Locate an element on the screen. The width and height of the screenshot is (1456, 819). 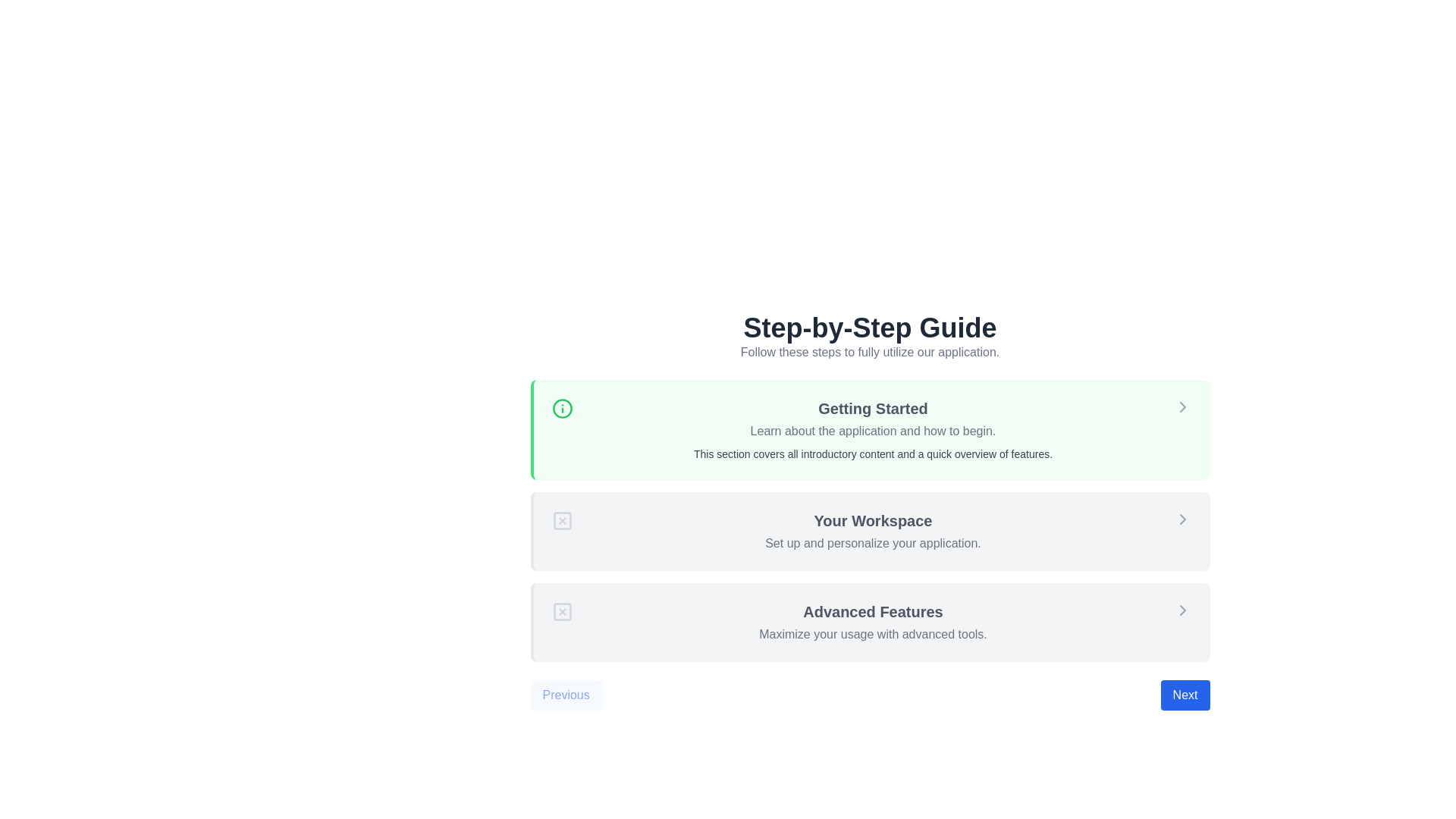
text label titled 'Advanced Features' which includes the description 'Maximize your usage with advanced tools.' located in the third section of the vertically stacked list is located at coordinates (873, 623).